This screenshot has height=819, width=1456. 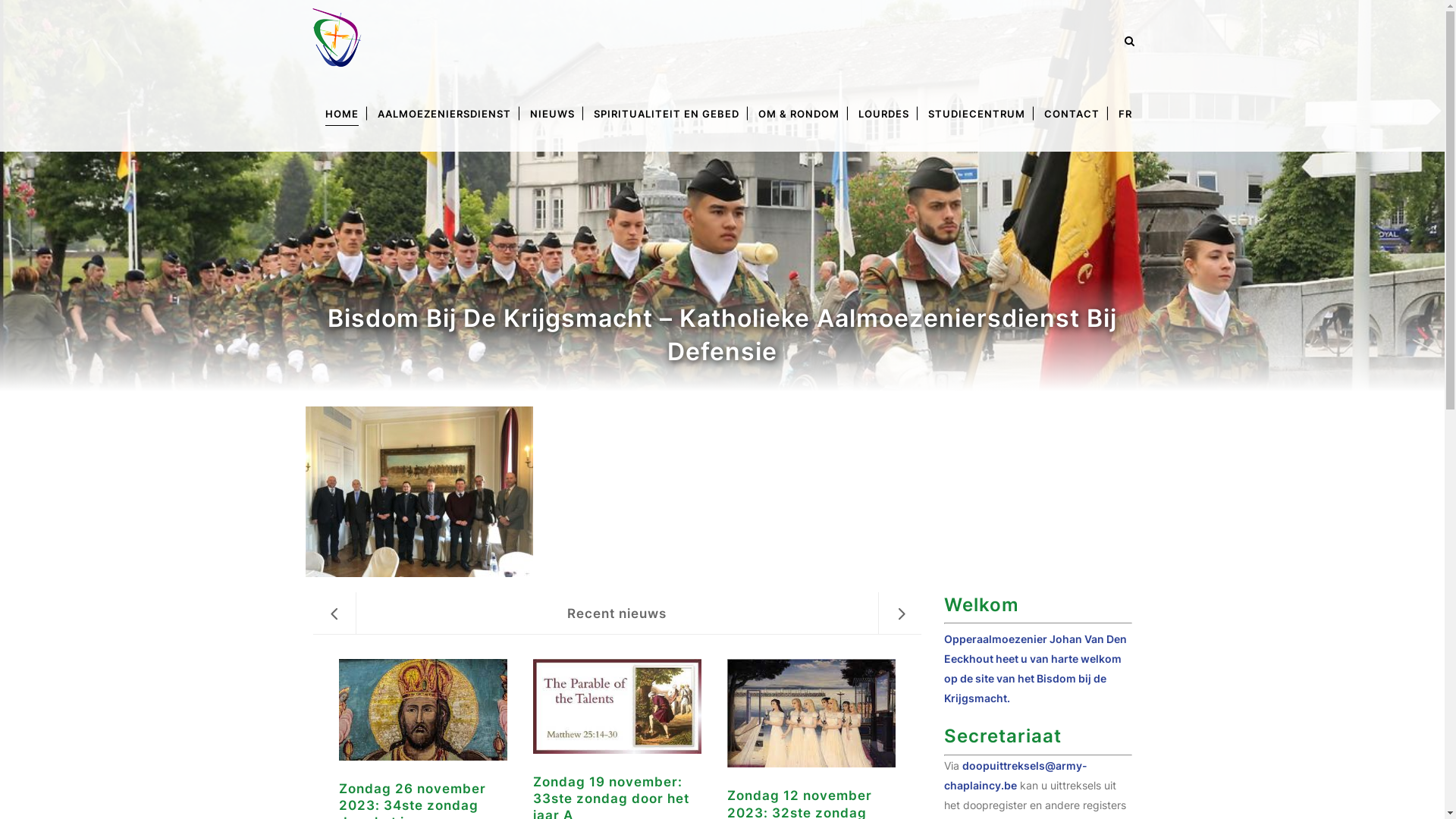 What do you see at coordinates (1125, 113) in the screenshot?
I see `'FR'` at bounding box center [1125, 113].